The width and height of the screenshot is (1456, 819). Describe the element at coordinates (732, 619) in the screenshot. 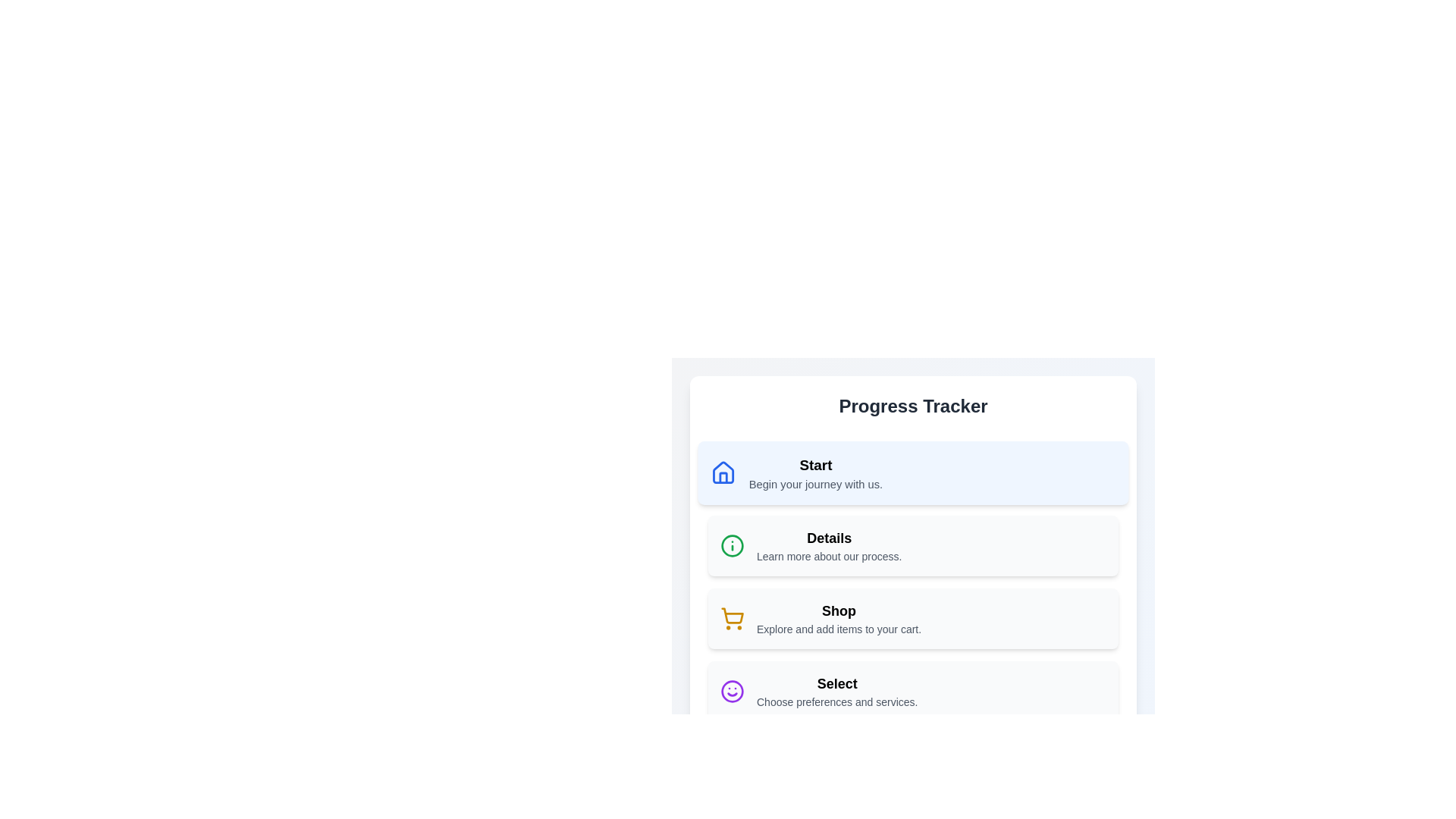

I see `the Shopping Cart icon located in the Progress Tracker section, which is positioned immediately to the left of the 'Shop' text` at that location.